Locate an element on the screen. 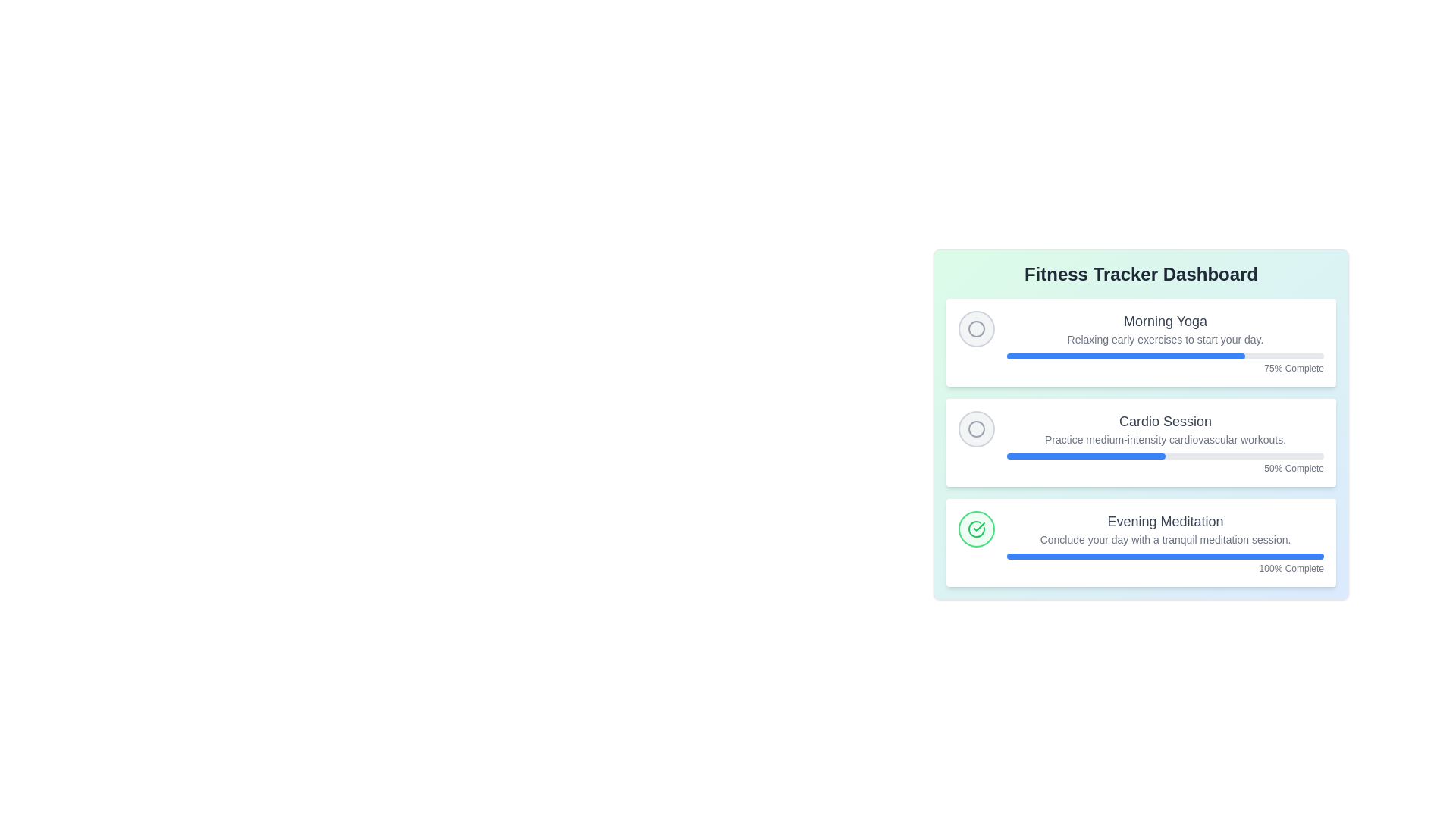 This screenshot has height=819, width=1456. the progress information on the second informational card in the fitness tracker dashboard, which displays the progress report for a cardio session is located at coordinates (1141, 442).